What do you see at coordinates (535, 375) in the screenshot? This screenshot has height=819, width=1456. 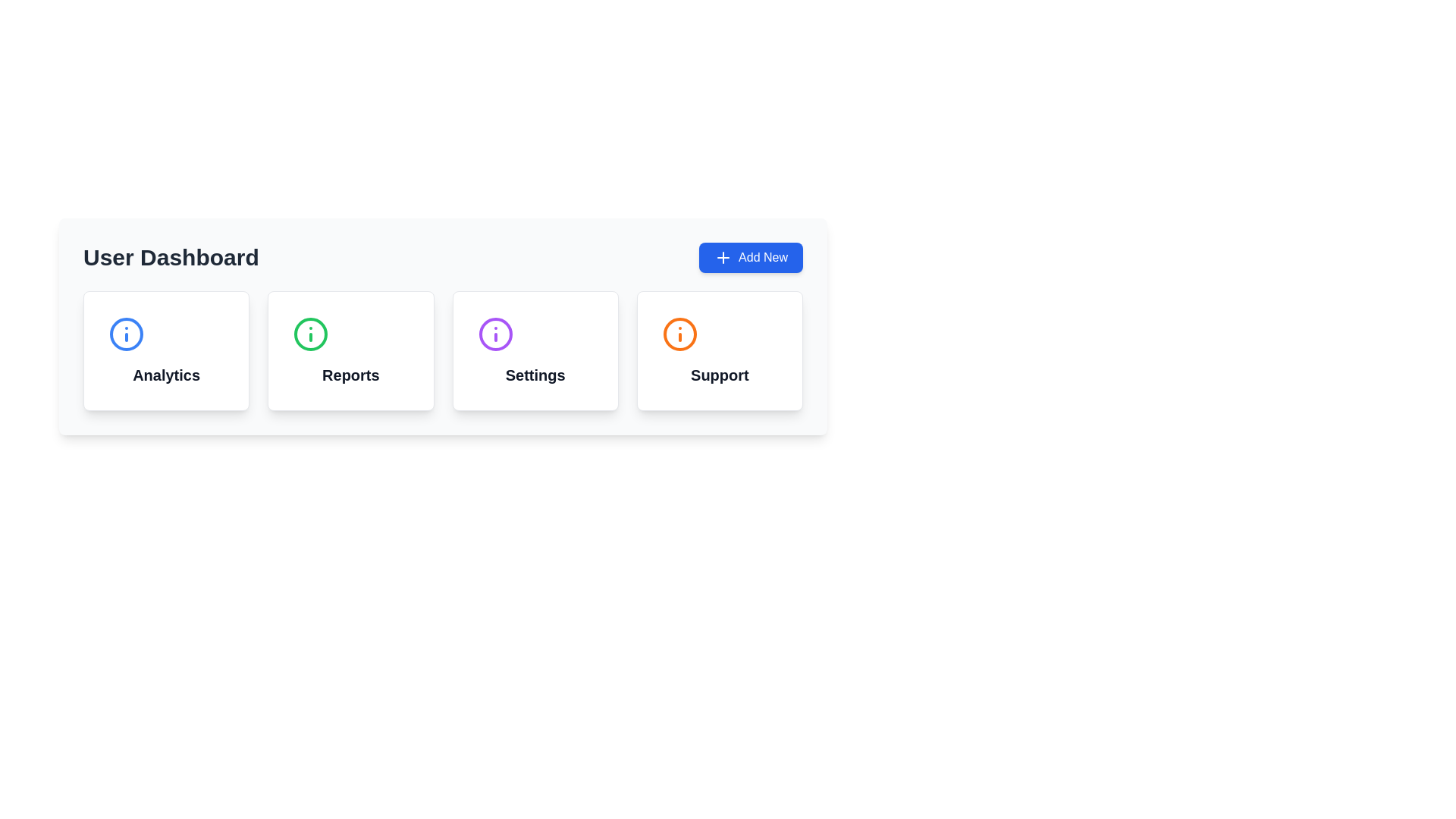 I see `the 'Settings' text label located in the third card of the grid layout` at bounding box center [535, 375].